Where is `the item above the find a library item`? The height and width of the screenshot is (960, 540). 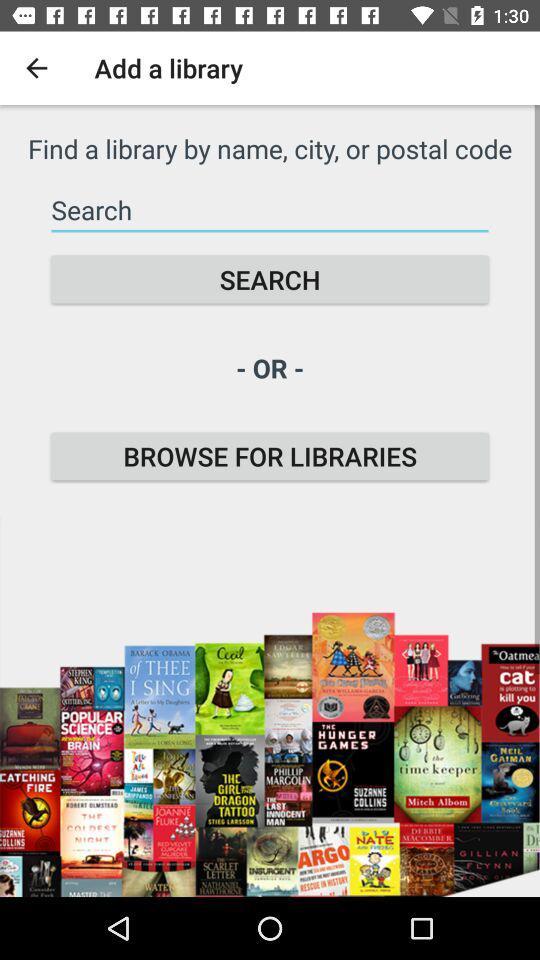
the item above the find a library item is located at coordinates (36, 68).